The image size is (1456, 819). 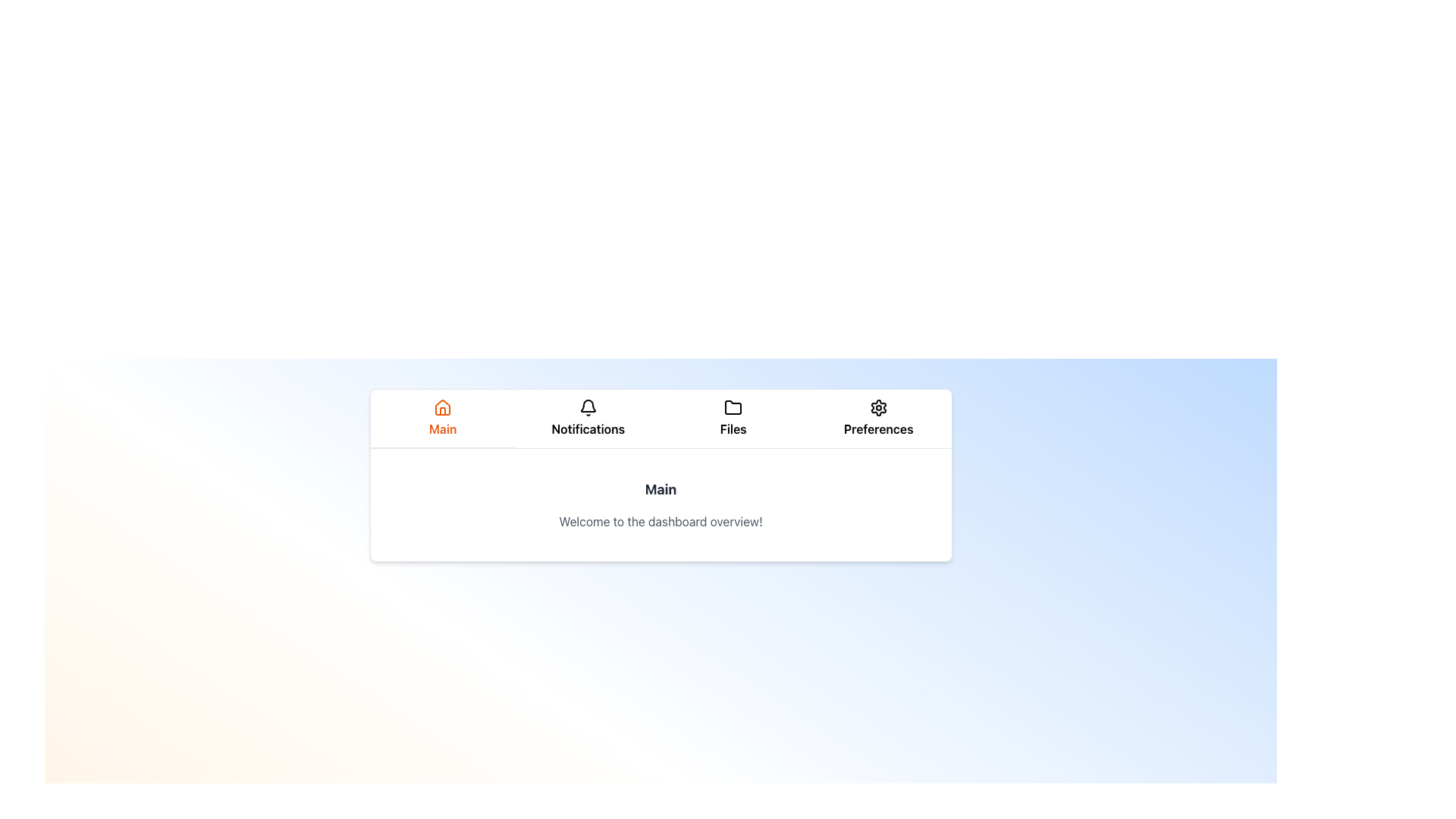 What do you see at coordinates (442, 406) in the screenshot?
I see `the orange house-shaped icon in the navigation bar above the 'Main' label` at bounding box center [442, 406].